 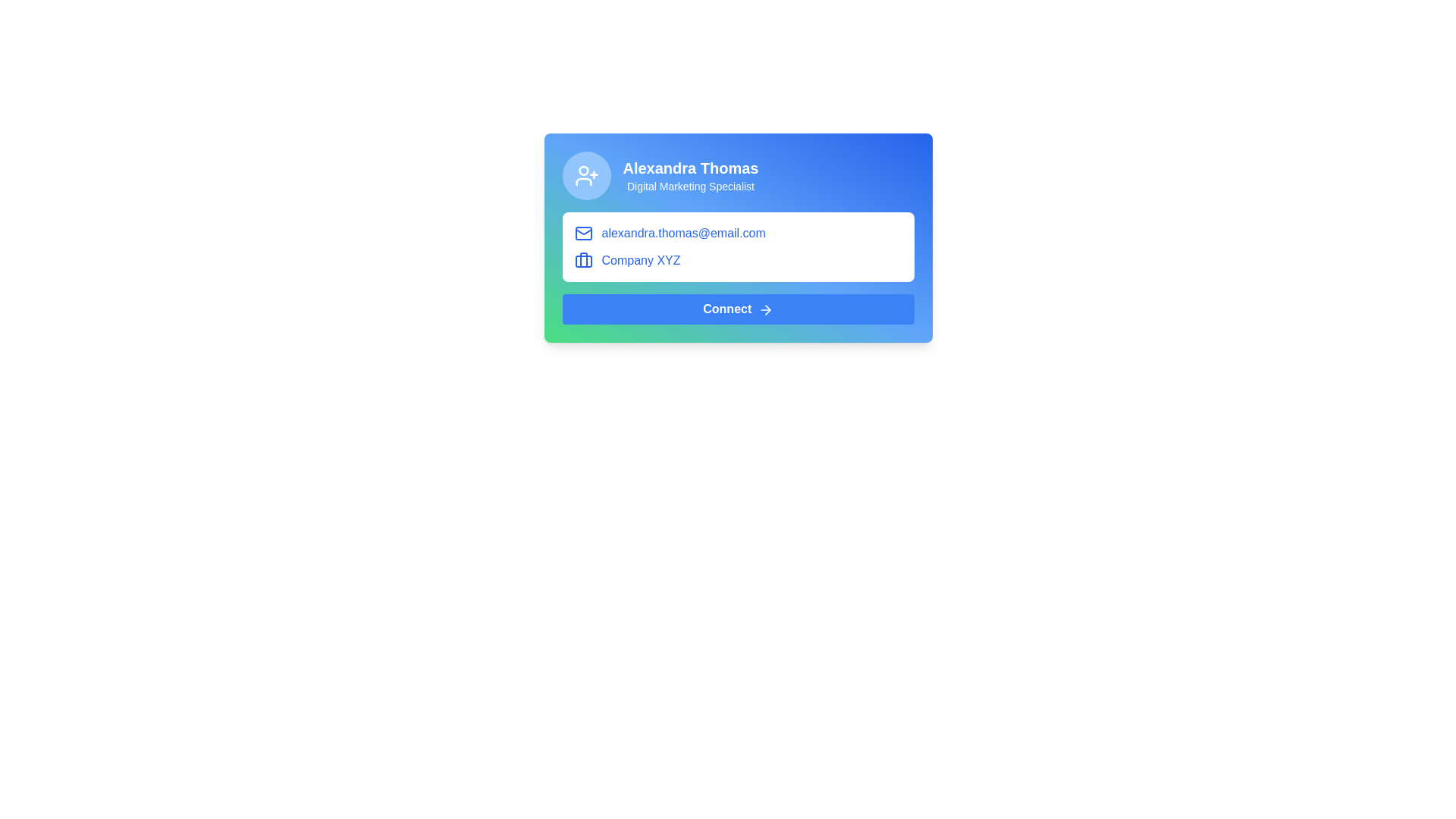 What do you see at coordinates (738, 234) in the screenshot?
I see `the email address displayed in blue font within the white card UI` at bounding box center [738, 234].